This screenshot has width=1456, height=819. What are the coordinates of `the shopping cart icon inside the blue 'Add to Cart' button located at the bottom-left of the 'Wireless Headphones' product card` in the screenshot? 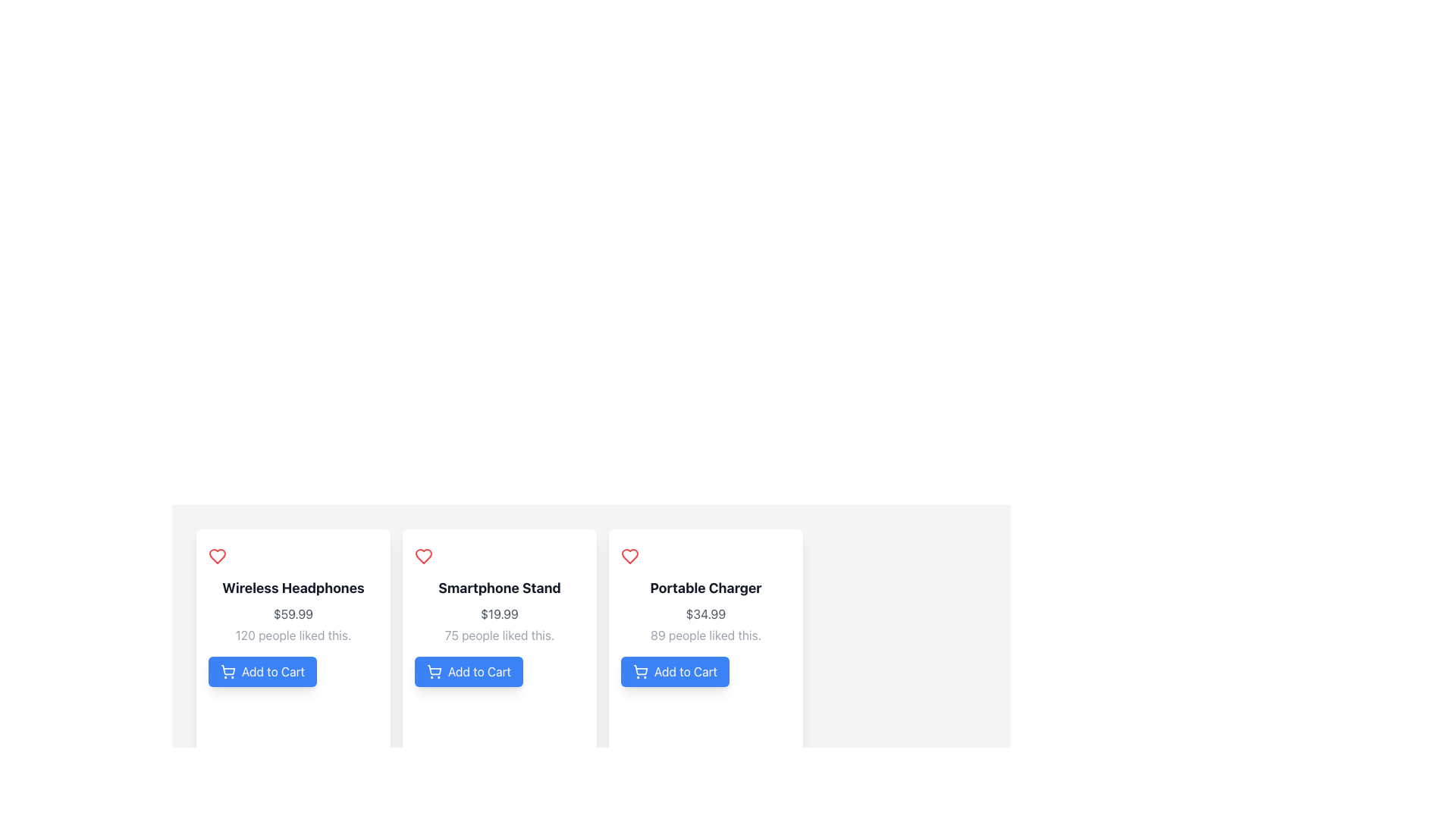 It's located at (227, 671).